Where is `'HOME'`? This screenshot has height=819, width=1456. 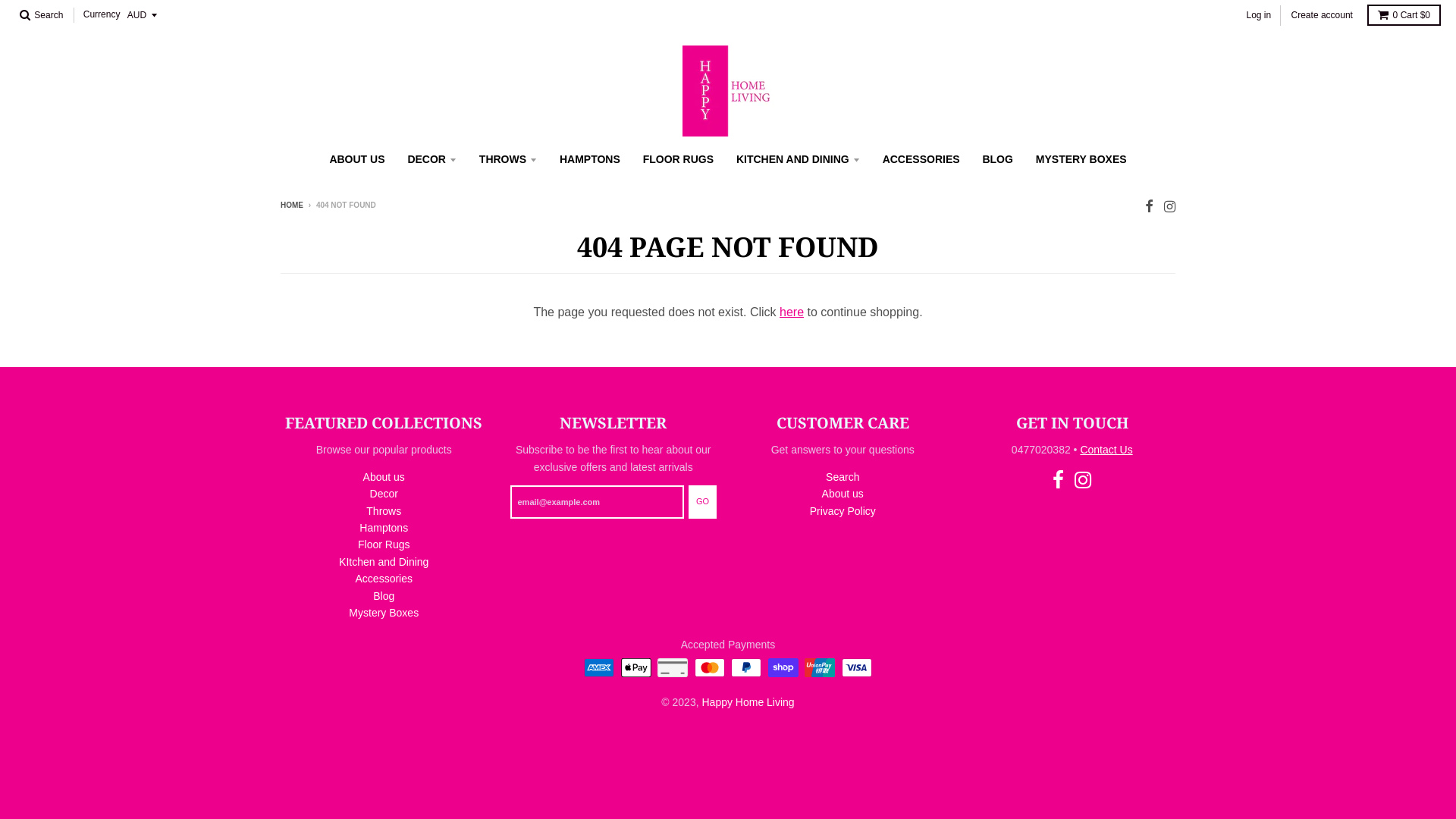
'HOME' is located at coordinates (291, 205).